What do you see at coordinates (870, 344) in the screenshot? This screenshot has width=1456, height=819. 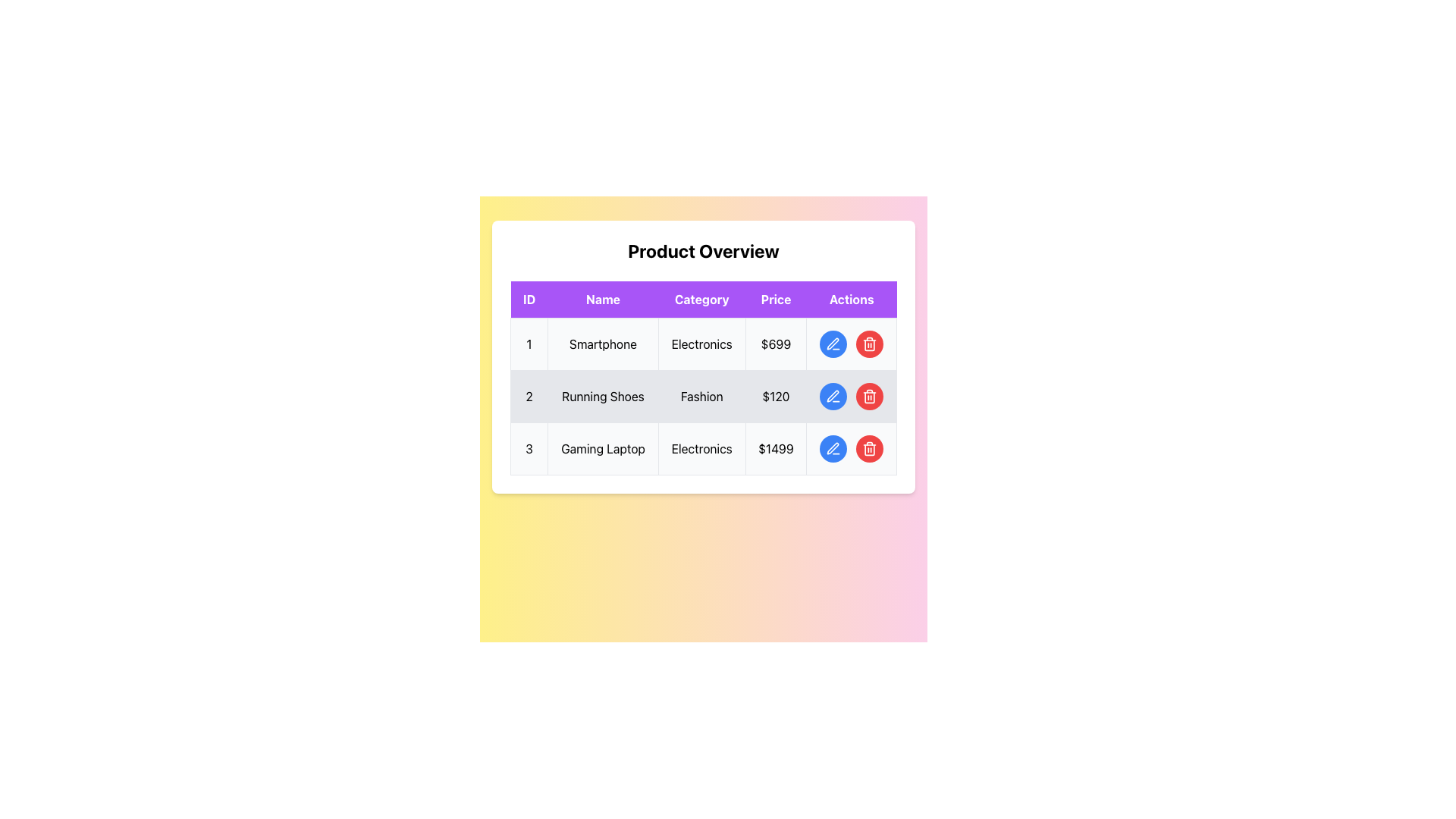 I see `the trash bin icon located in the 'Actions' column of the third row in the product overview table` at bounding box center [870, 344].